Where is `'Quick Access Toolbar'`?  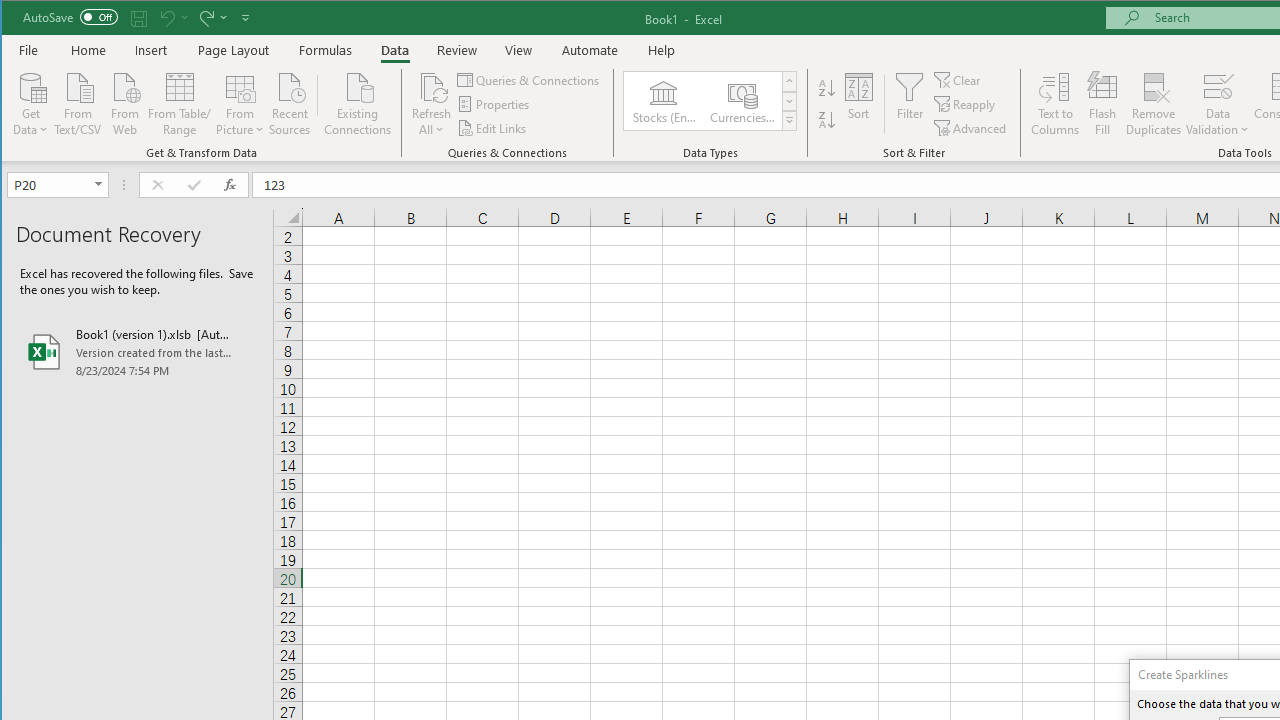 'Quick Access Toolbar' is located at coordinates (137, 18).